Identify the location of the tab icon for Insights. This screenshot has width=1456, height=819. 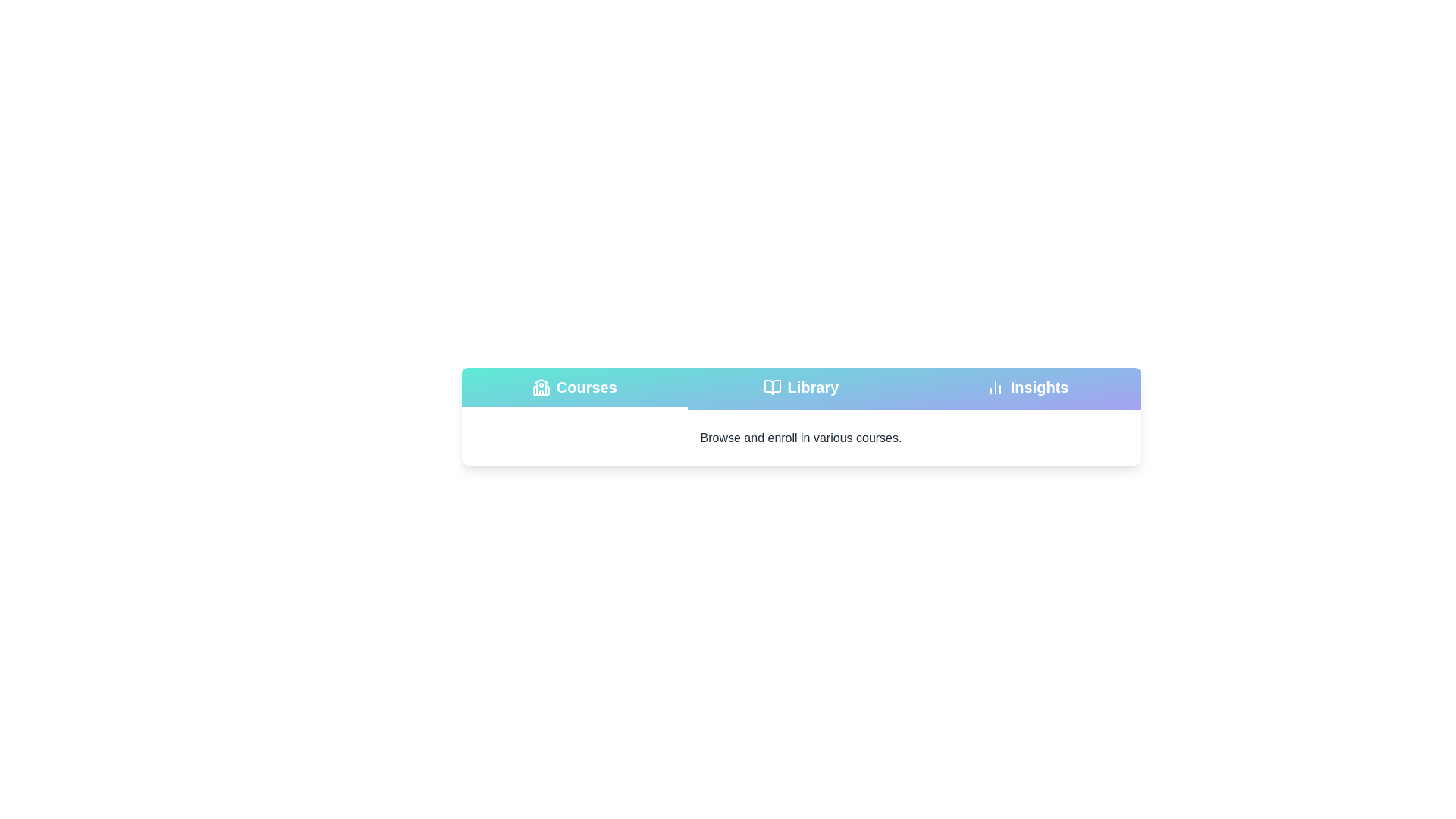
(995, 386).